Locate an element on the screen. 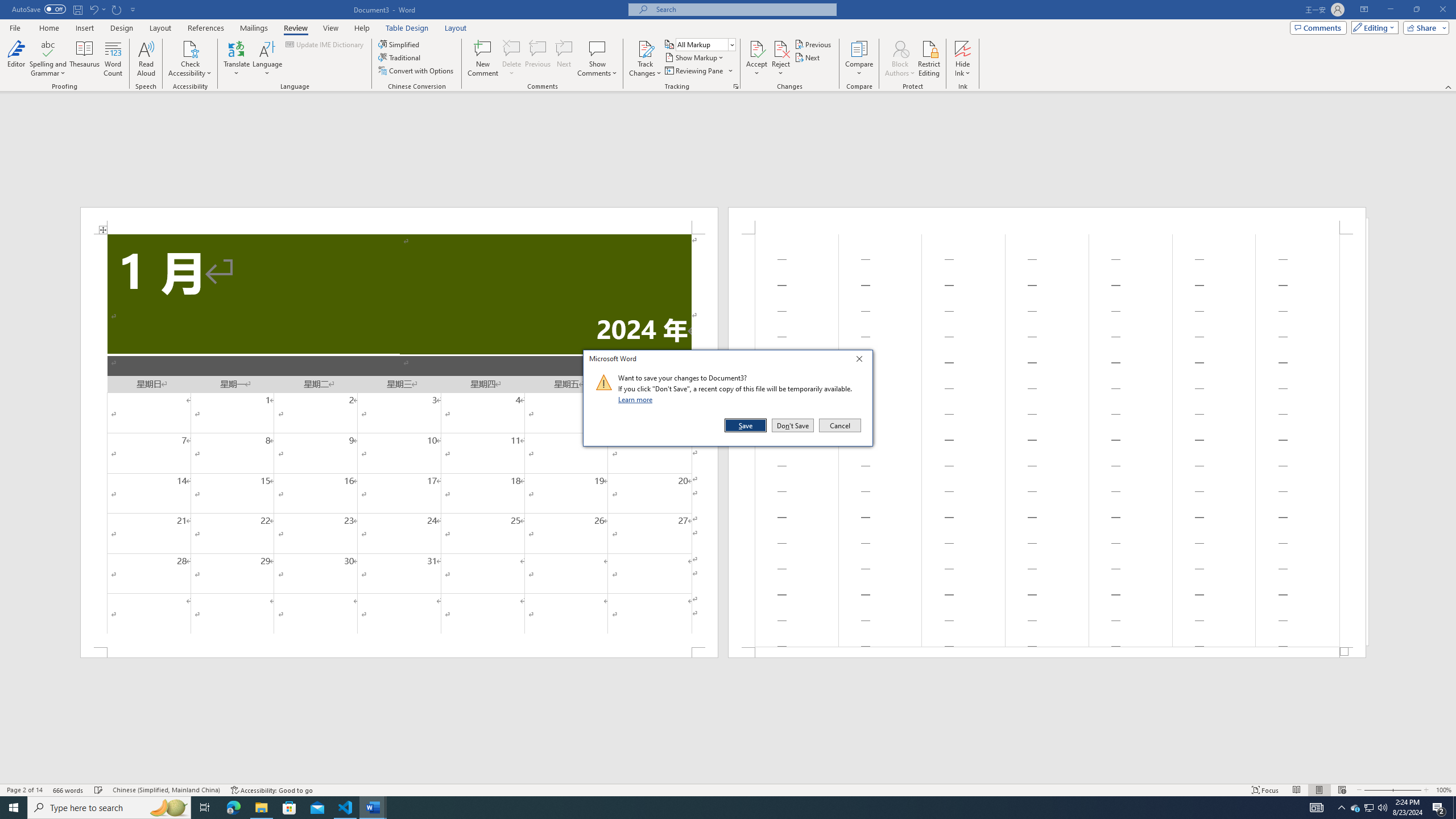  'File Explorer - 1 running window' is located at coordinates (260, 806).